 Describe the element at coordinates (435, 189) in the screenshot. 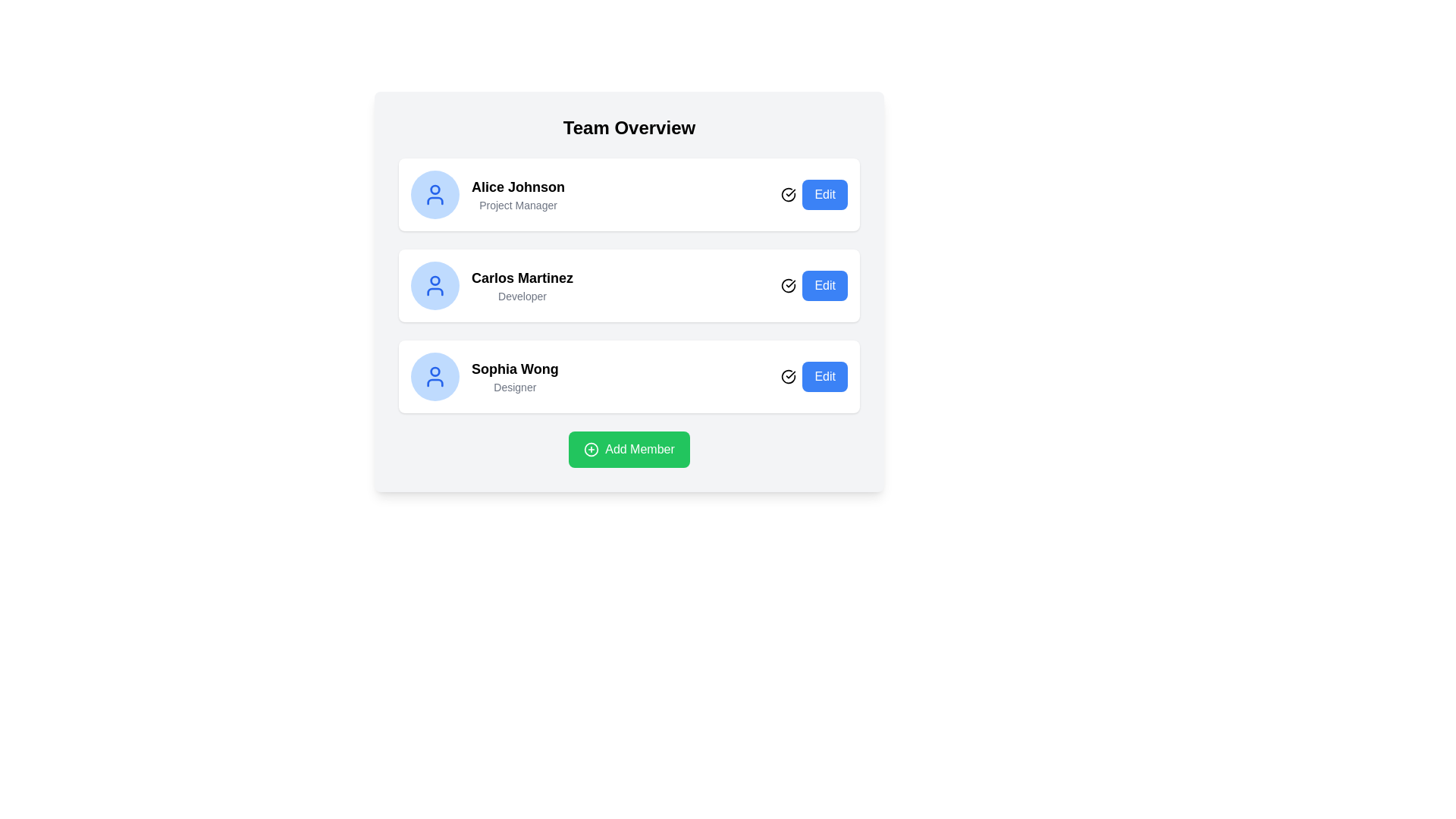

I see `the decorative head of the user icon representing 'Alice Johnson', located at the top-left corner of the card` at that location.